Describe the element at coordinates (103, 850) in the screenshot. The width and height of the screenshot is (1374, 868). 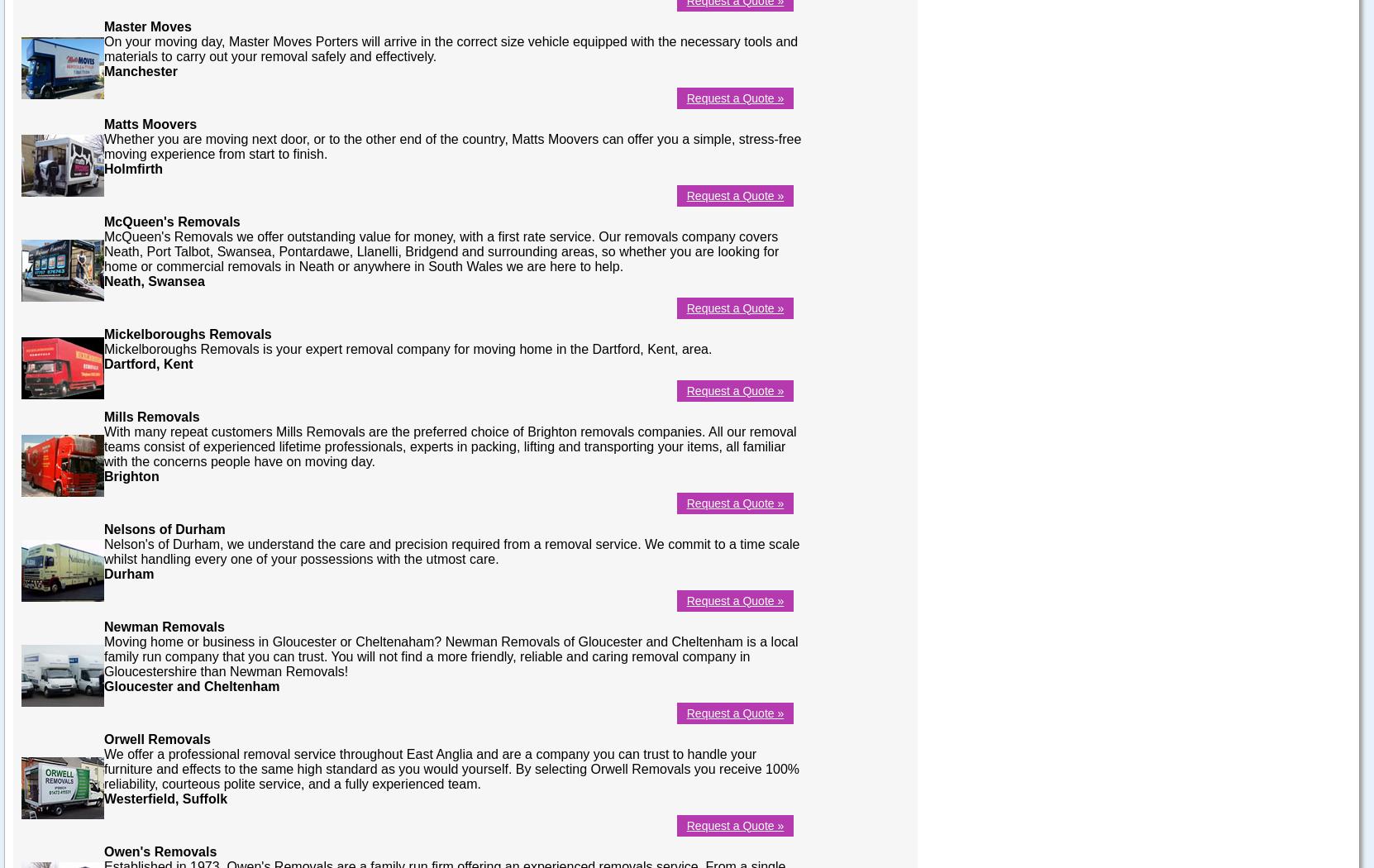
I see `'Owen's Removals'` at that location.